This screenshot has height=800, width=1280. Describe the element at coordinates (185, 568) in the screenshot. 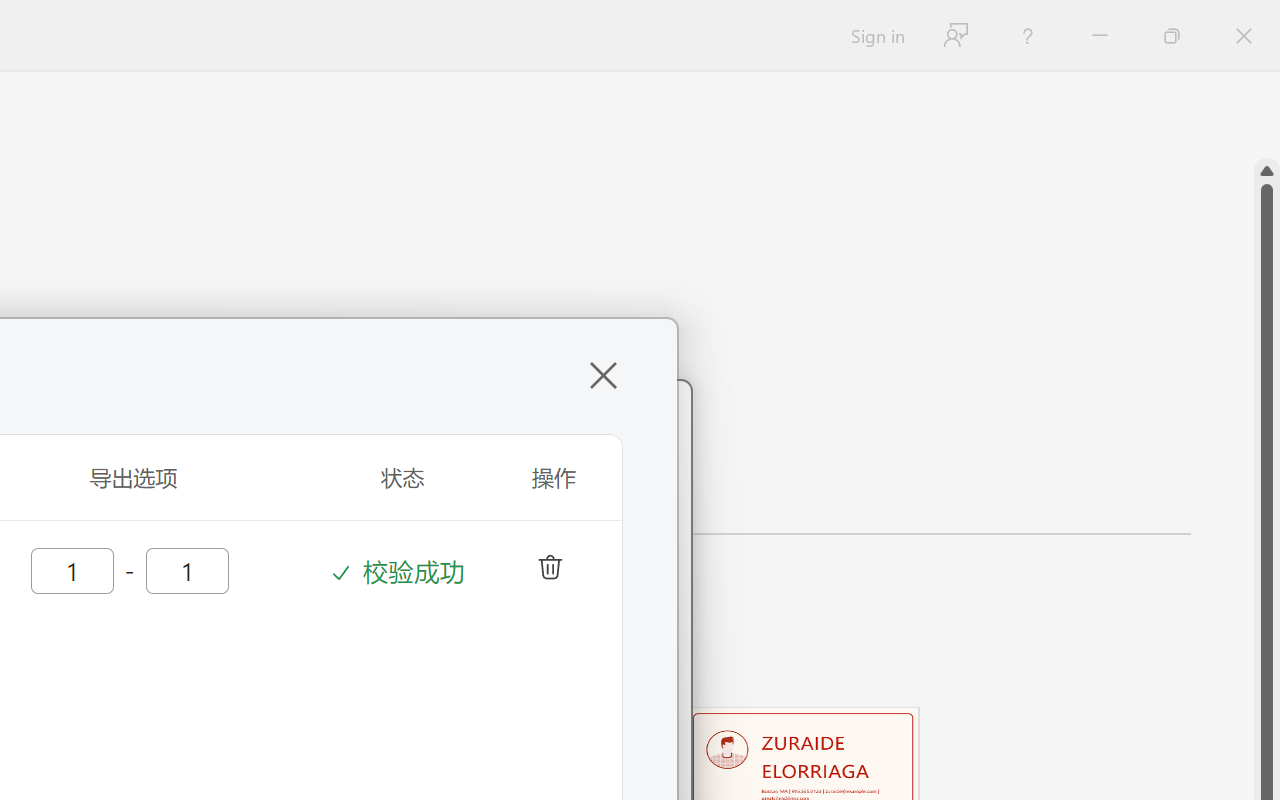

I see `'AutomationID: input44'` at that location.